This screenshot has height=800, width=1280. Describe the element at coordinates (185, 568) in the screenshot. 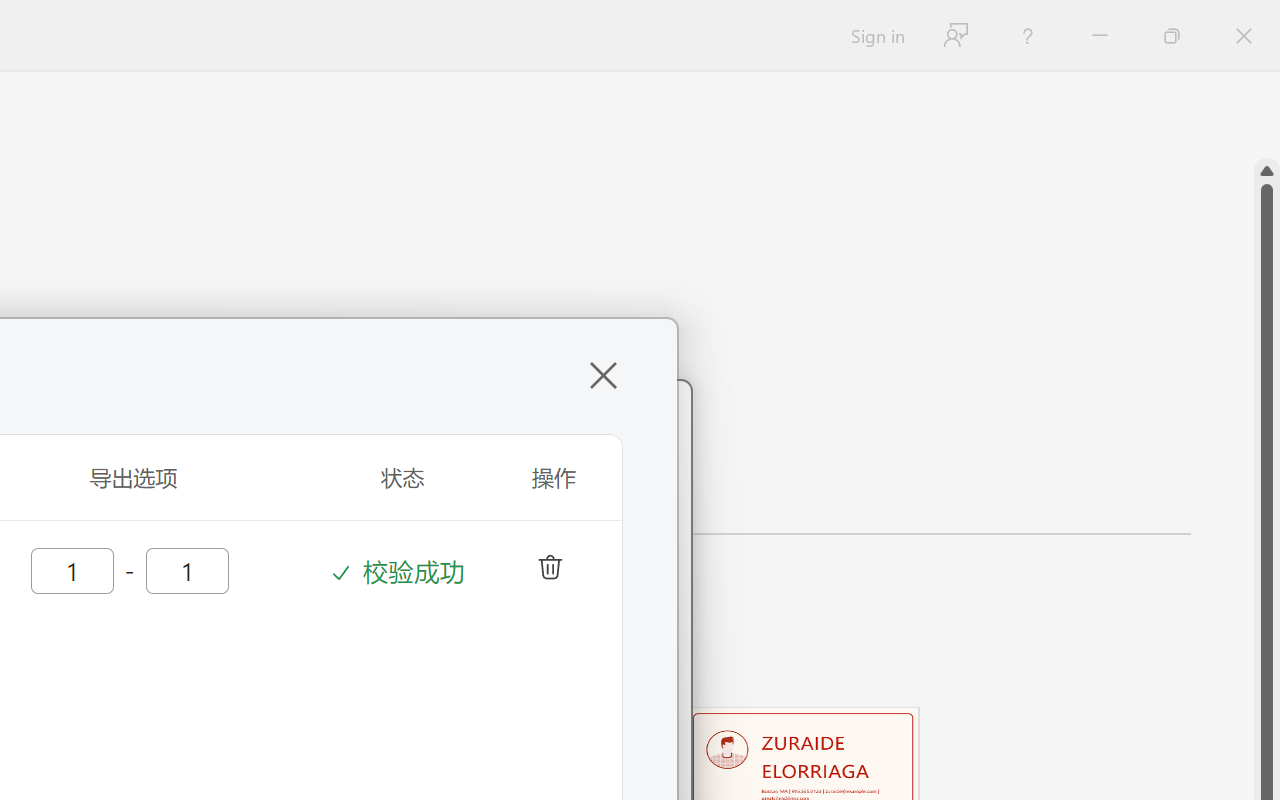

I see `'AutomationID: input44'` at that location.